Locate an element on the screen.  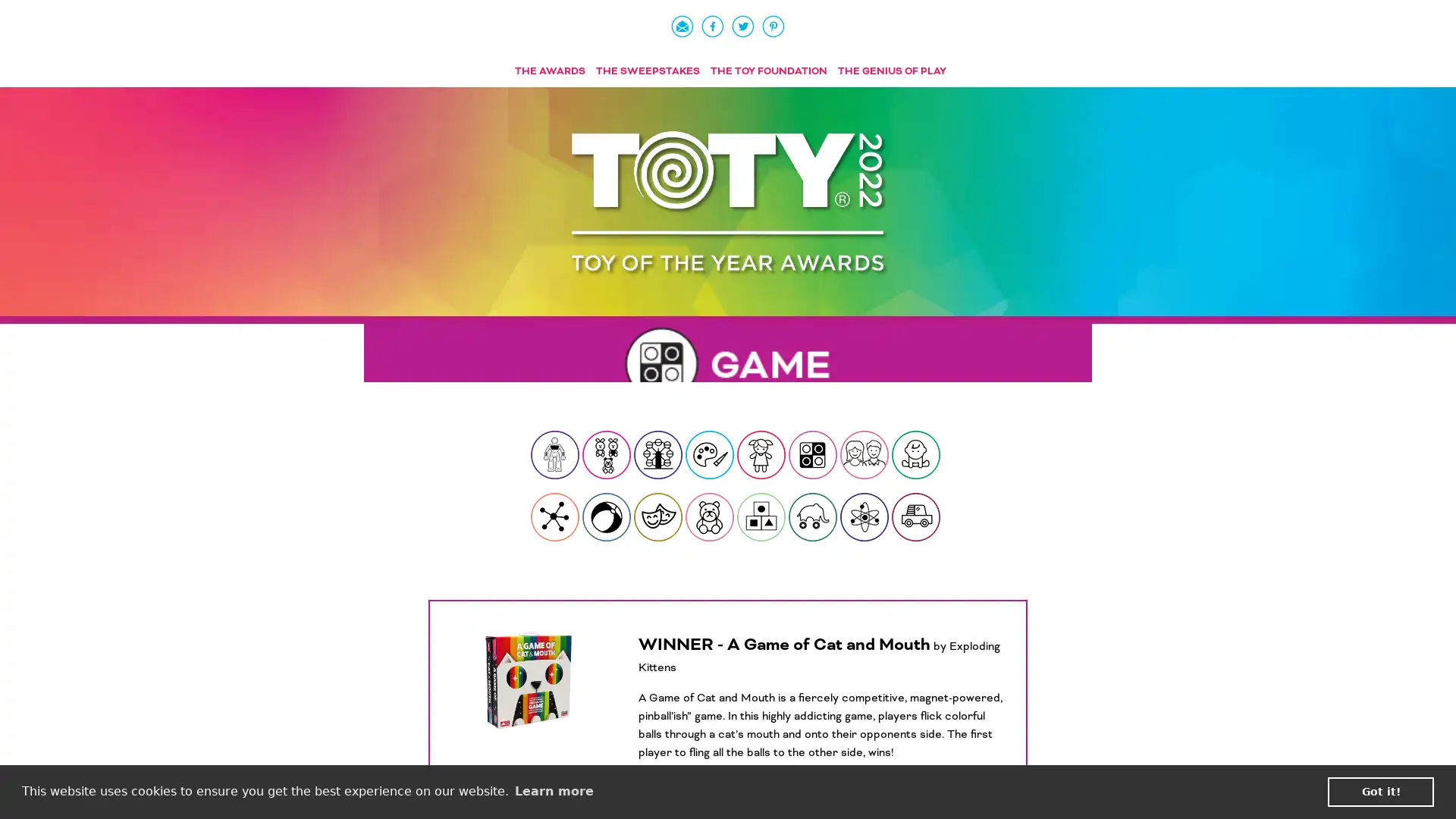
Submit is located at coordinates (915, 516).